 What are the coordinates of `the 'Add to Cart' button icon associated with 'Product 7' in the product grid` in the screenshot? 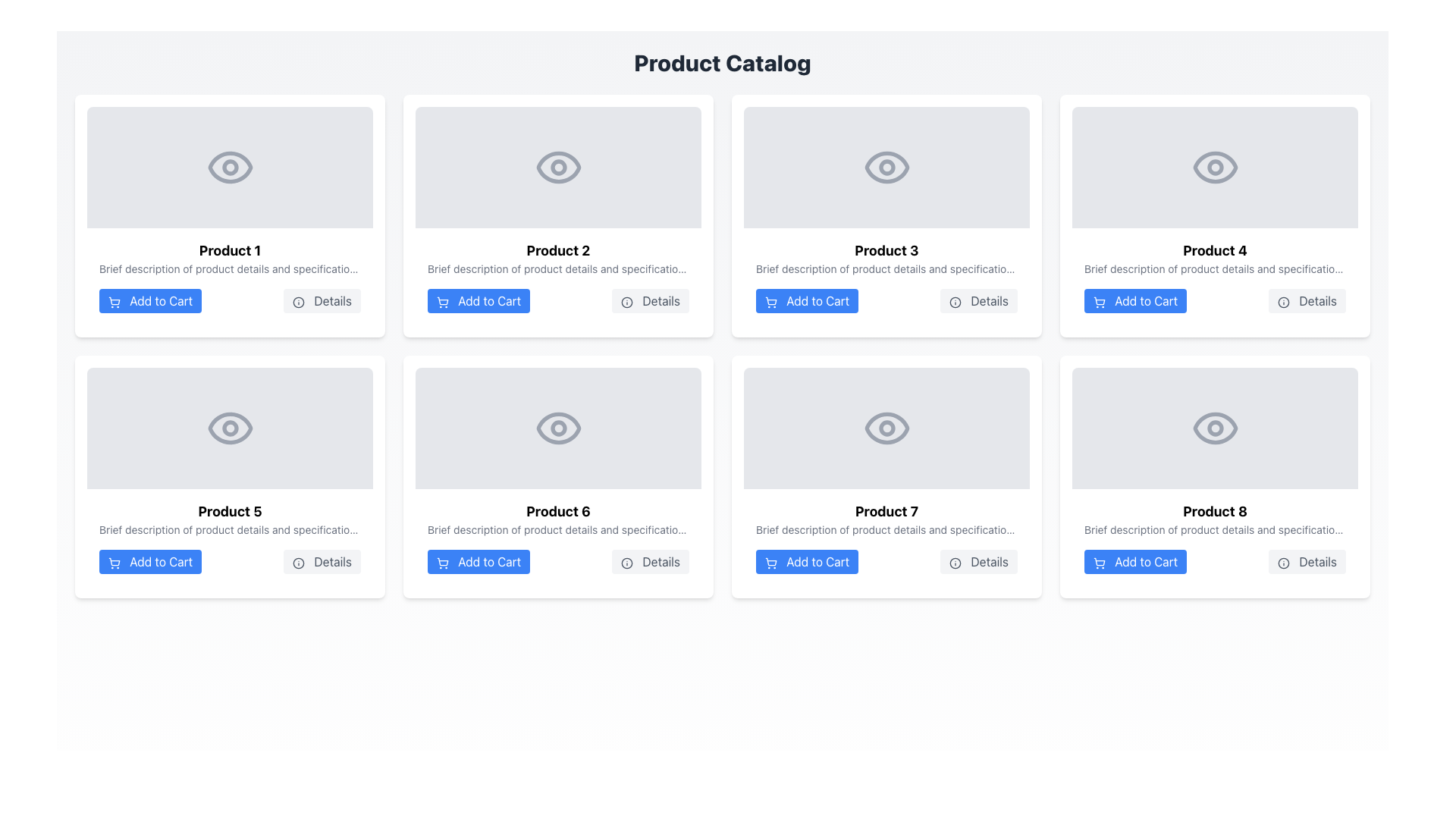 It's located at (771, 562).